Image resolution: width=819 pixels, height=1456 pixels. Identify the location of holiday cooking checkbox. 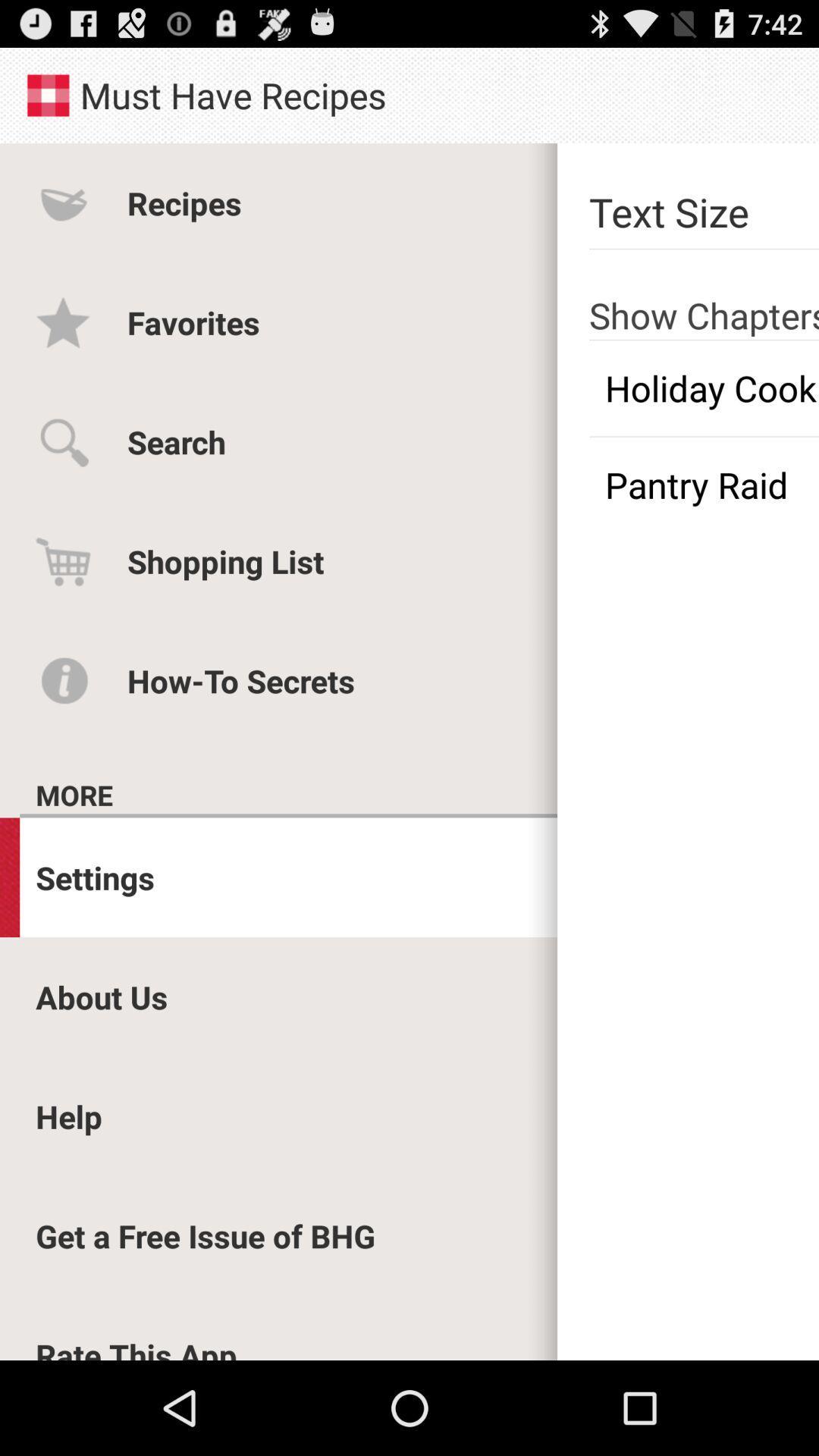
(704, 388).